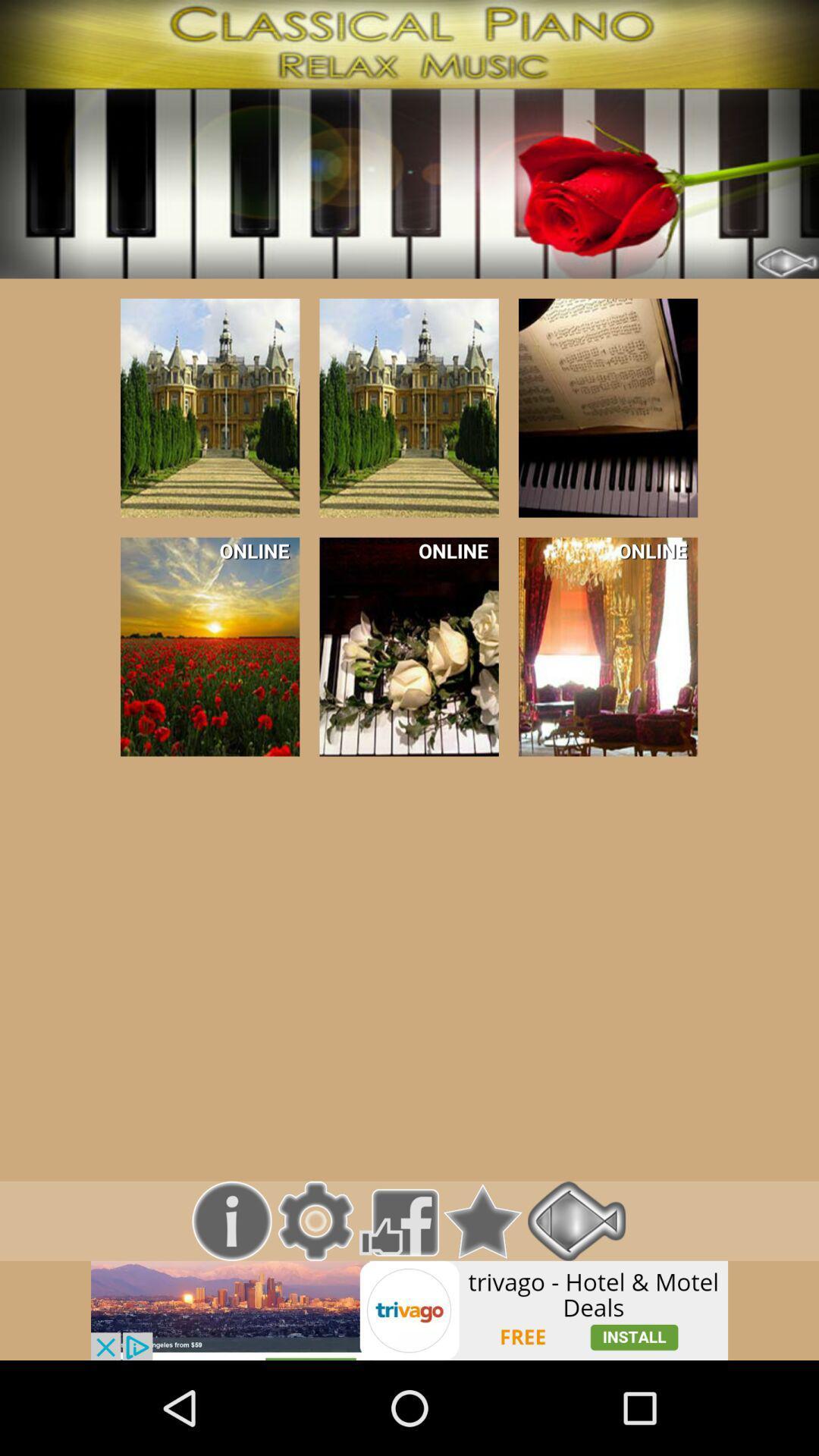 The height and width of the screenshot is (1456, 819). I want to click on the number, so click(210, 408).